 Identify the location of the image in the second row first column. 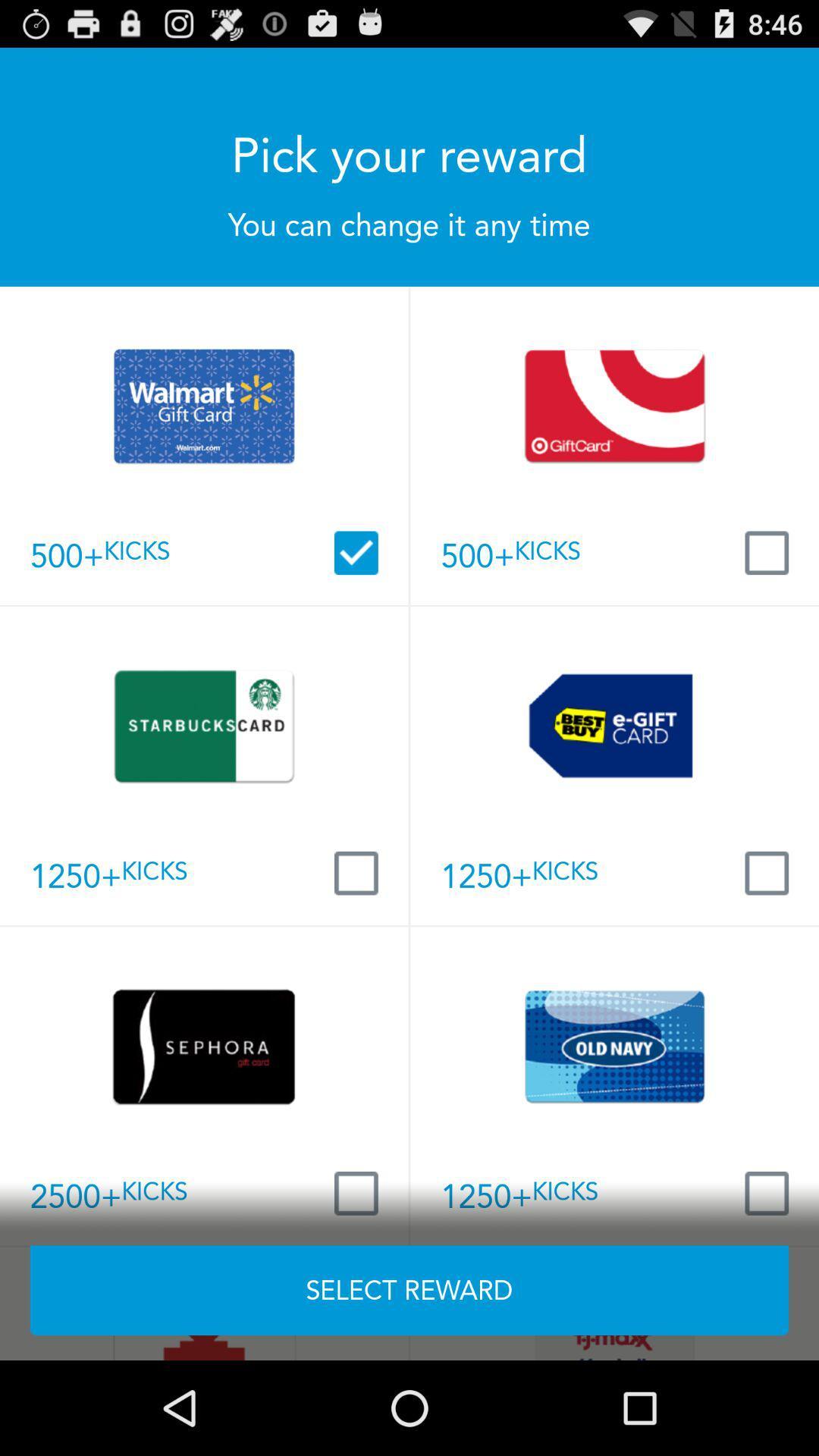
(203, 725).